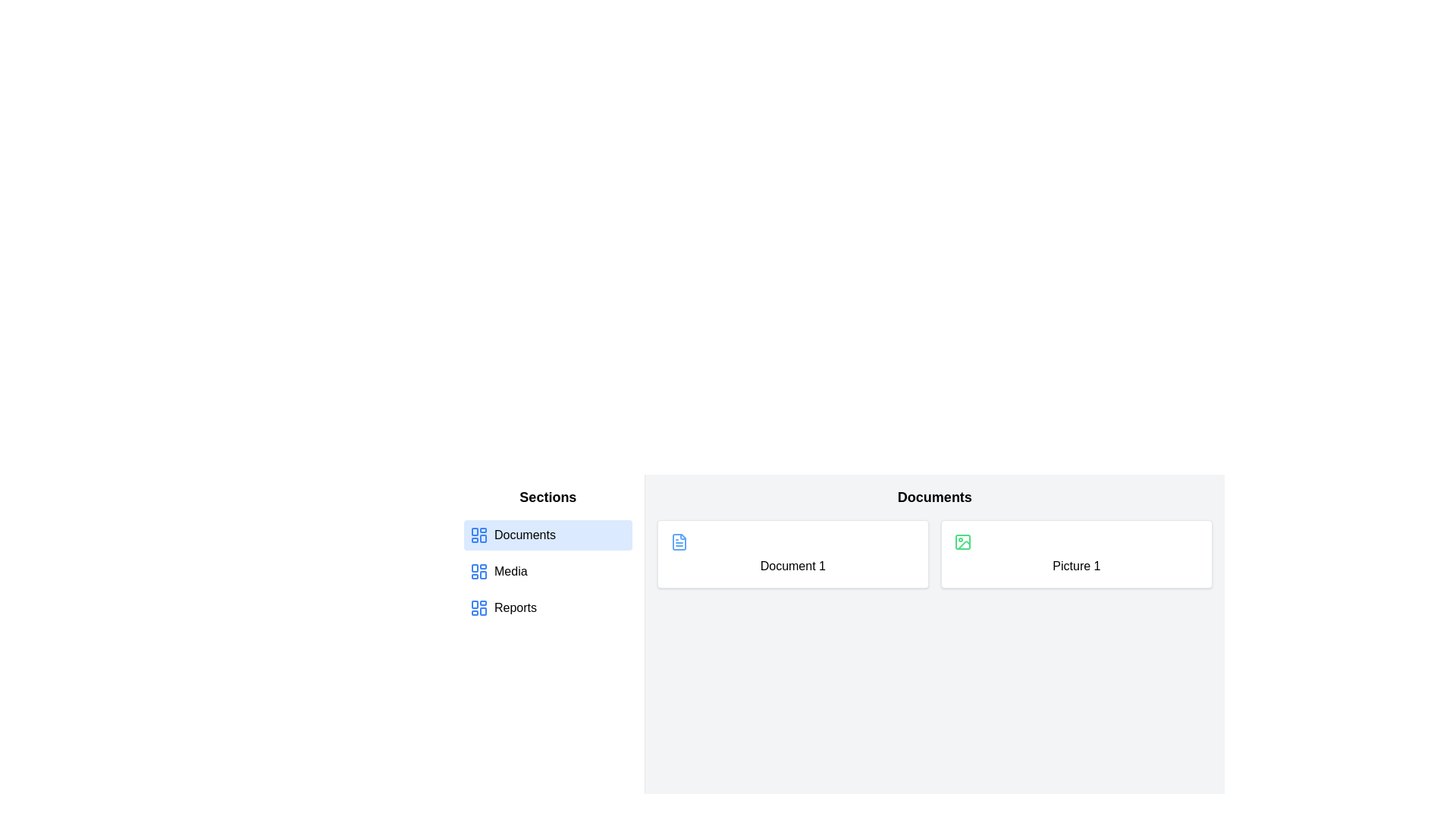 The image size is (1456, 819). I want to click on the rectangular sub-element of the SVG-based icon located in the lower right quadrant of the dashboard icon, characterized by slightly rounded corners and dimensions of 7x9 units, so click(482, 538).